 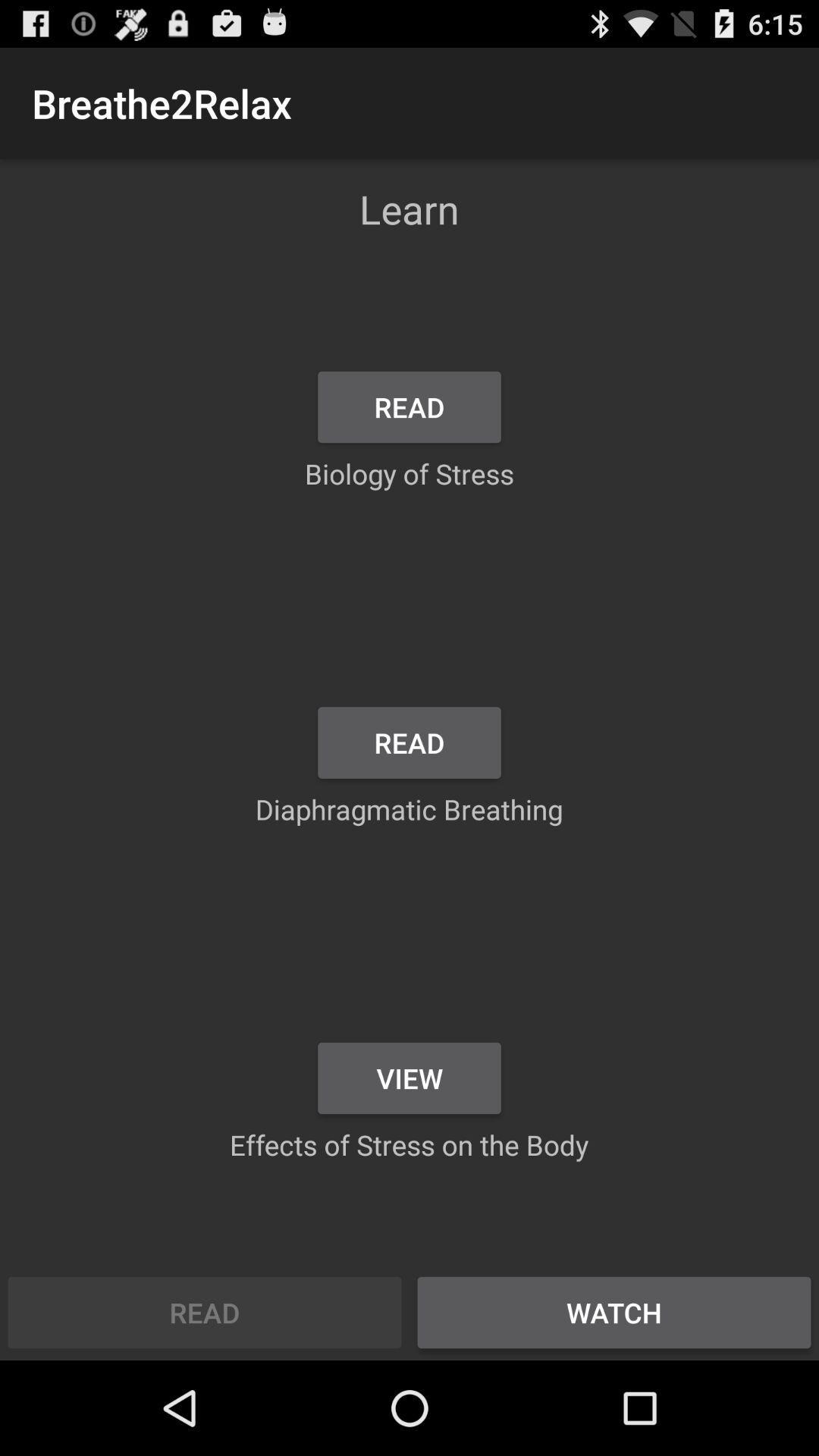 What do you see at coordinates (614, 1312) in the screenshot?
I see `the watch at the bottom right corner` at bounding box center [614, 1312].